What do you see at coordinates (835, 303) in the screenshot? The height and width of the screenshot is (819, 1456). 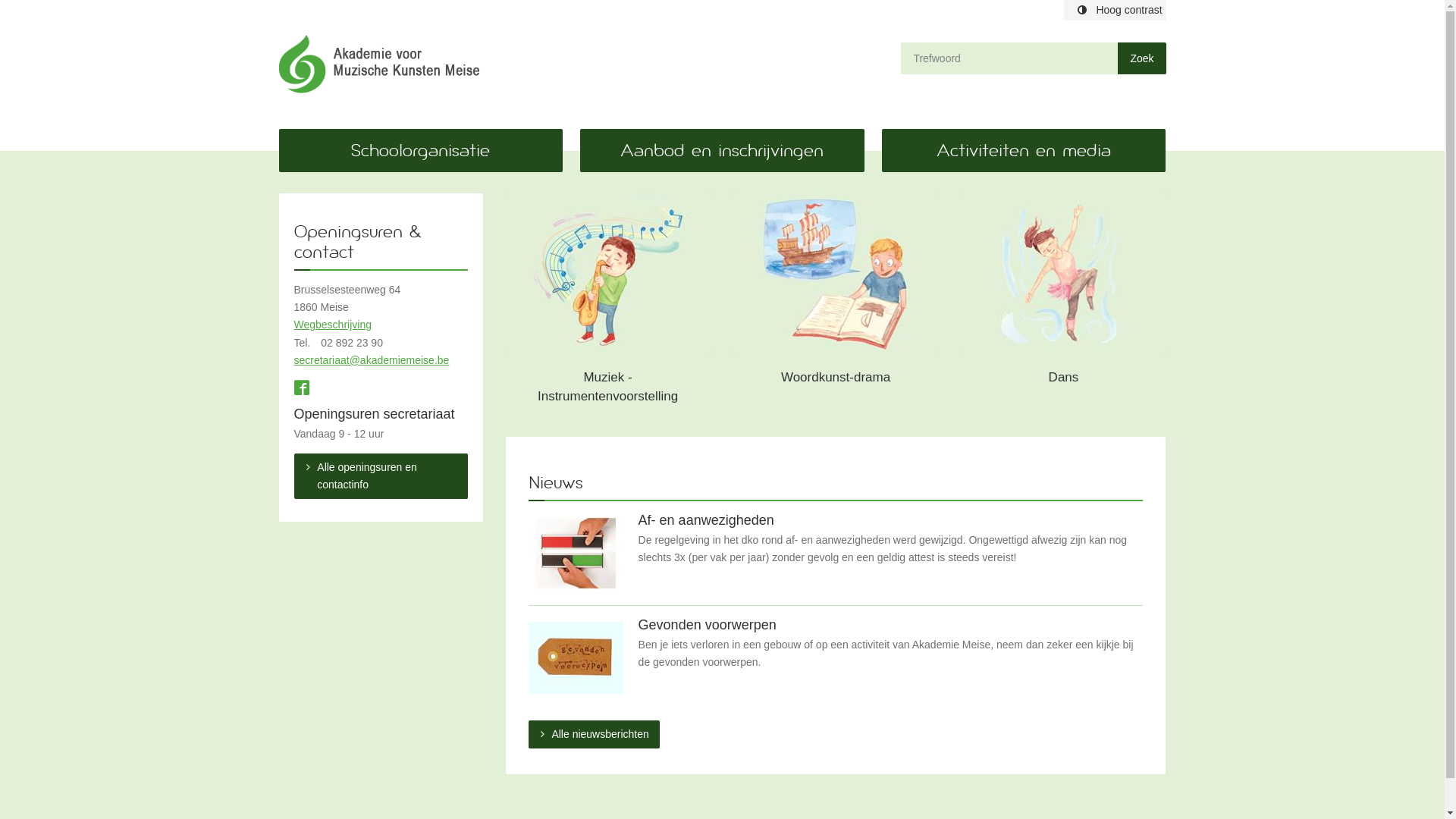 I see `'Woordkunst-drama'` at bounding box center [835, 303].